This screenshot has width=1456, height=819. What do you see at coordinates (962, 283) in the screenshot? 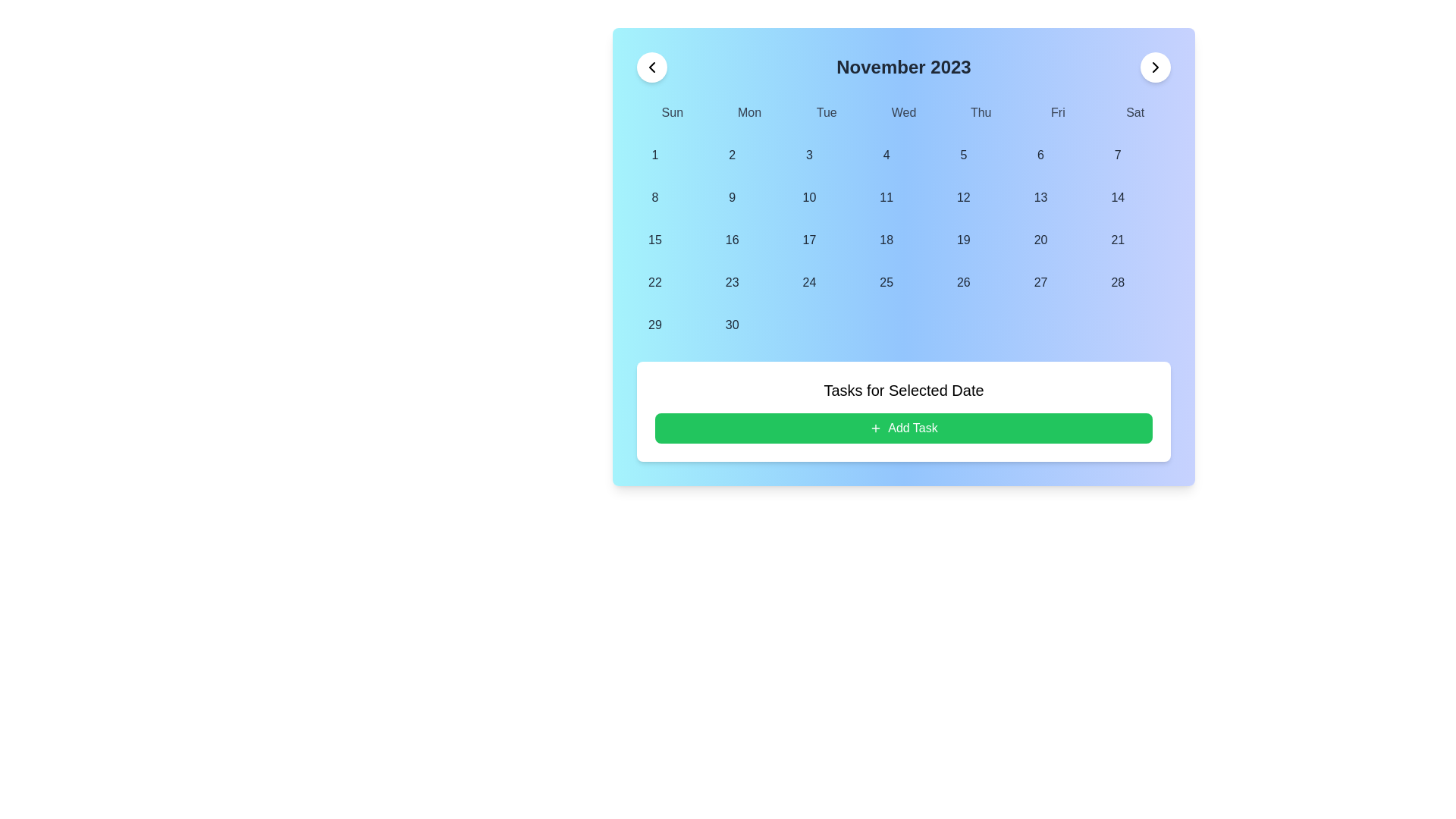
I see `the button labeled '26' in the calendar interface` at bounding box center [962, 283].